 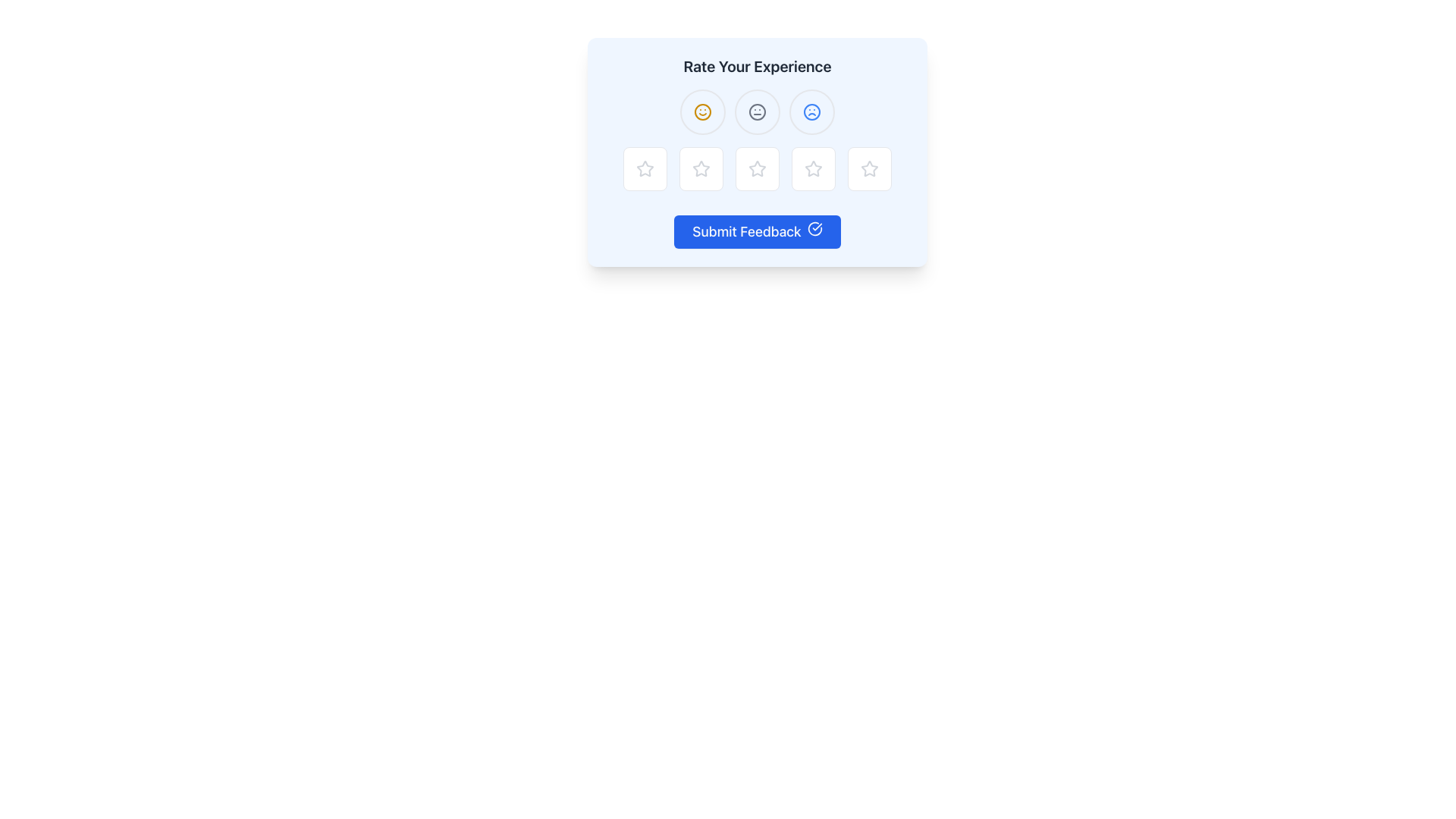 What do you see at coordinates (811, 111) in the screenshot?
I see `the frowning face icon, which is the third icon in a sequence of feedback icons at the top of the feedback card` at bounding box center [811, 111].